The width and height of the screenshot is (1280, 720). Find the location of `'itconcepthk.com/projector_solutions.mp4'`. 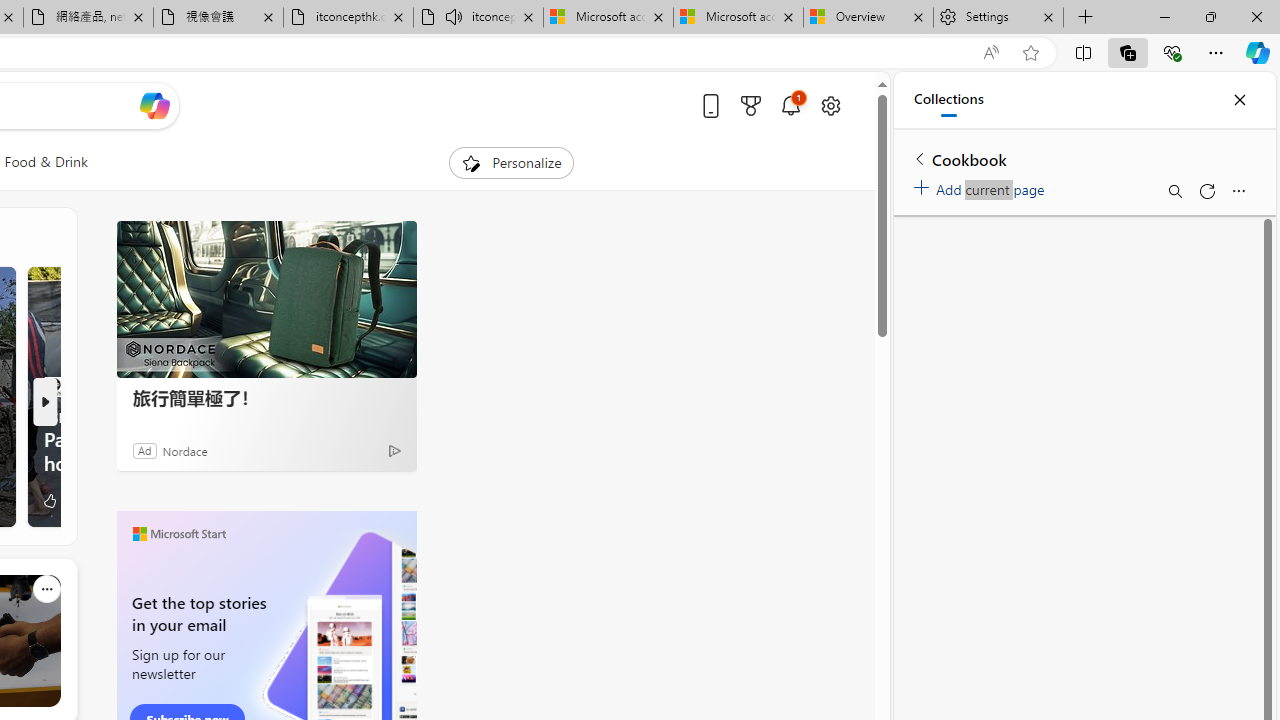

'itconcepthk.com/projector_solutions.mp4' is located at coordinates (348, 17).